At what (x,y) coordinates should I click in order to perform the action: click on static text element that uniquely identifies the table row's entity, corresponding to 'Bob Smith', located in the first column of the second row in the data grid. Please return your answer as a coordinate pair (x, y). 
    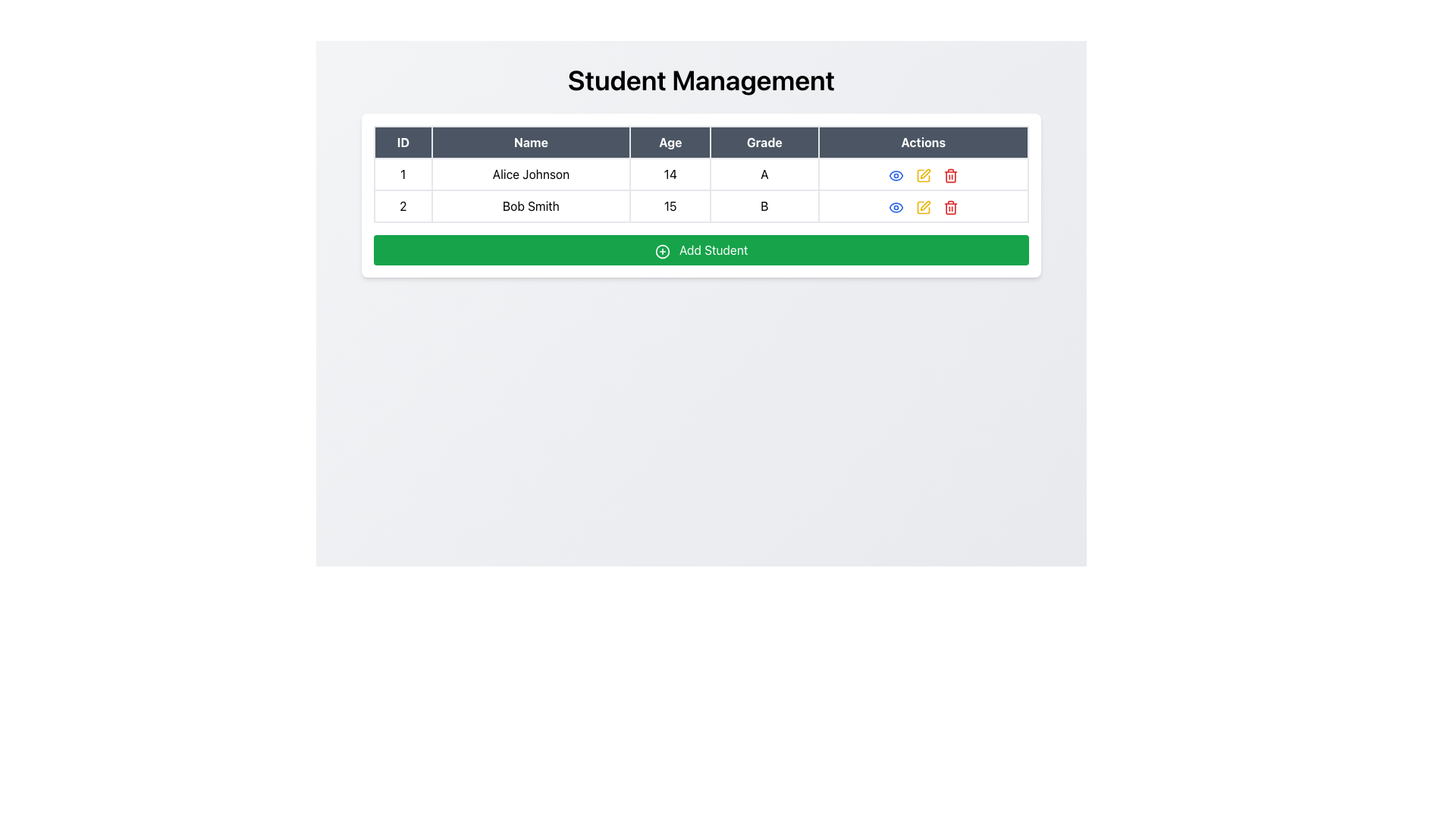
    Looking at the image, I should click on (403, 206).